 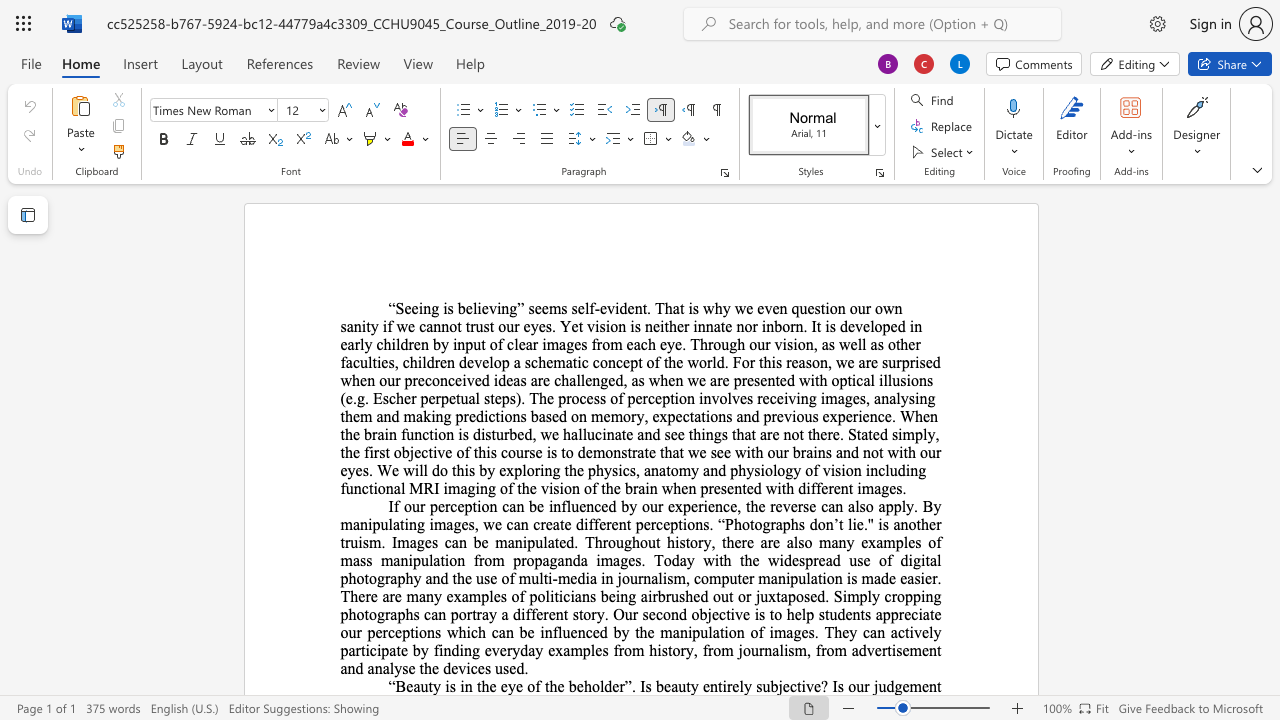 What do you see at coordinates (589, 505) in the screenshot?
I see `the 4th character "n" in the text` at bounding box center [589, 505].